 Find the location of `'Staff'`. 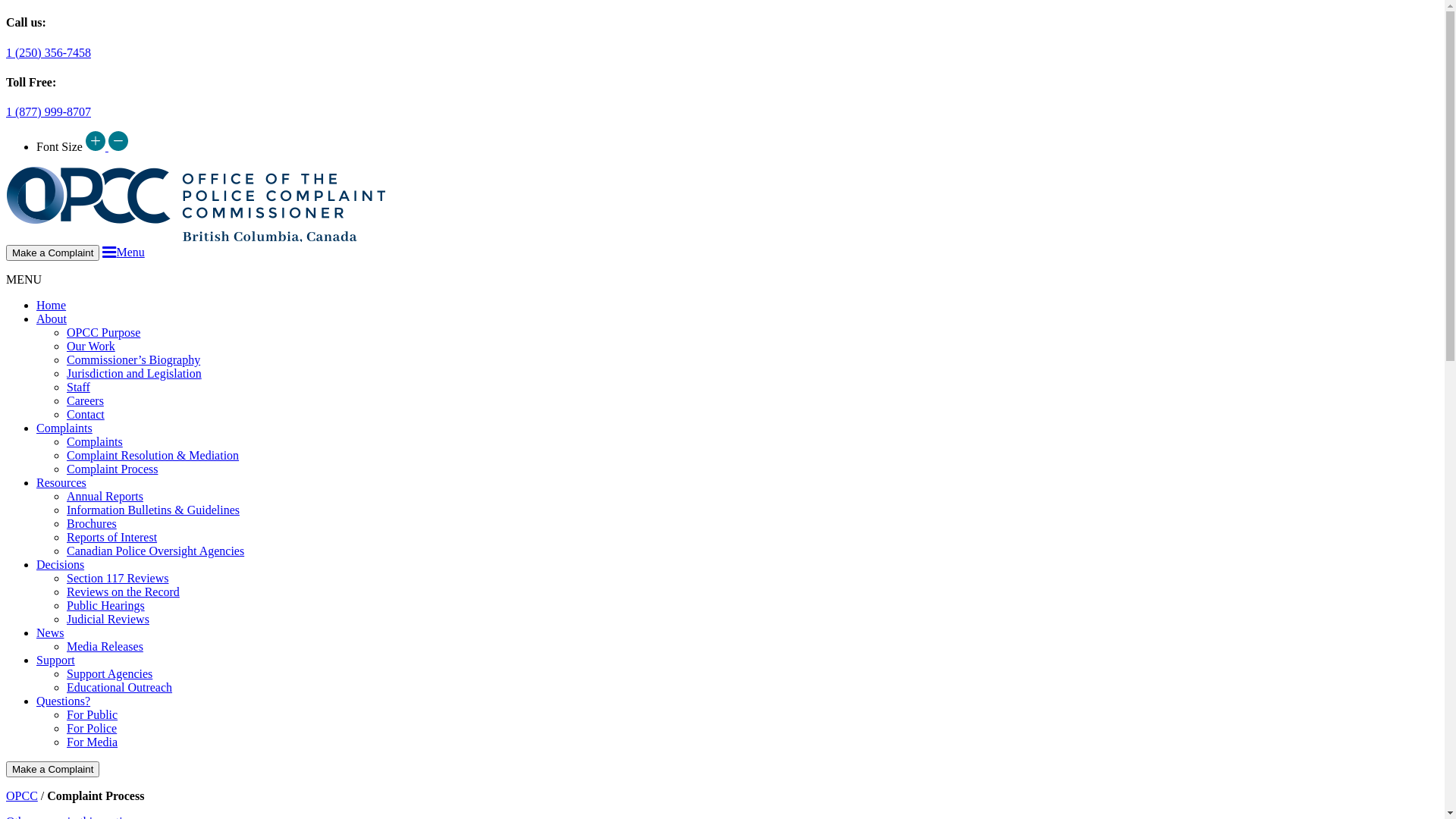

'Staff' is located at coordinates (77, 386).